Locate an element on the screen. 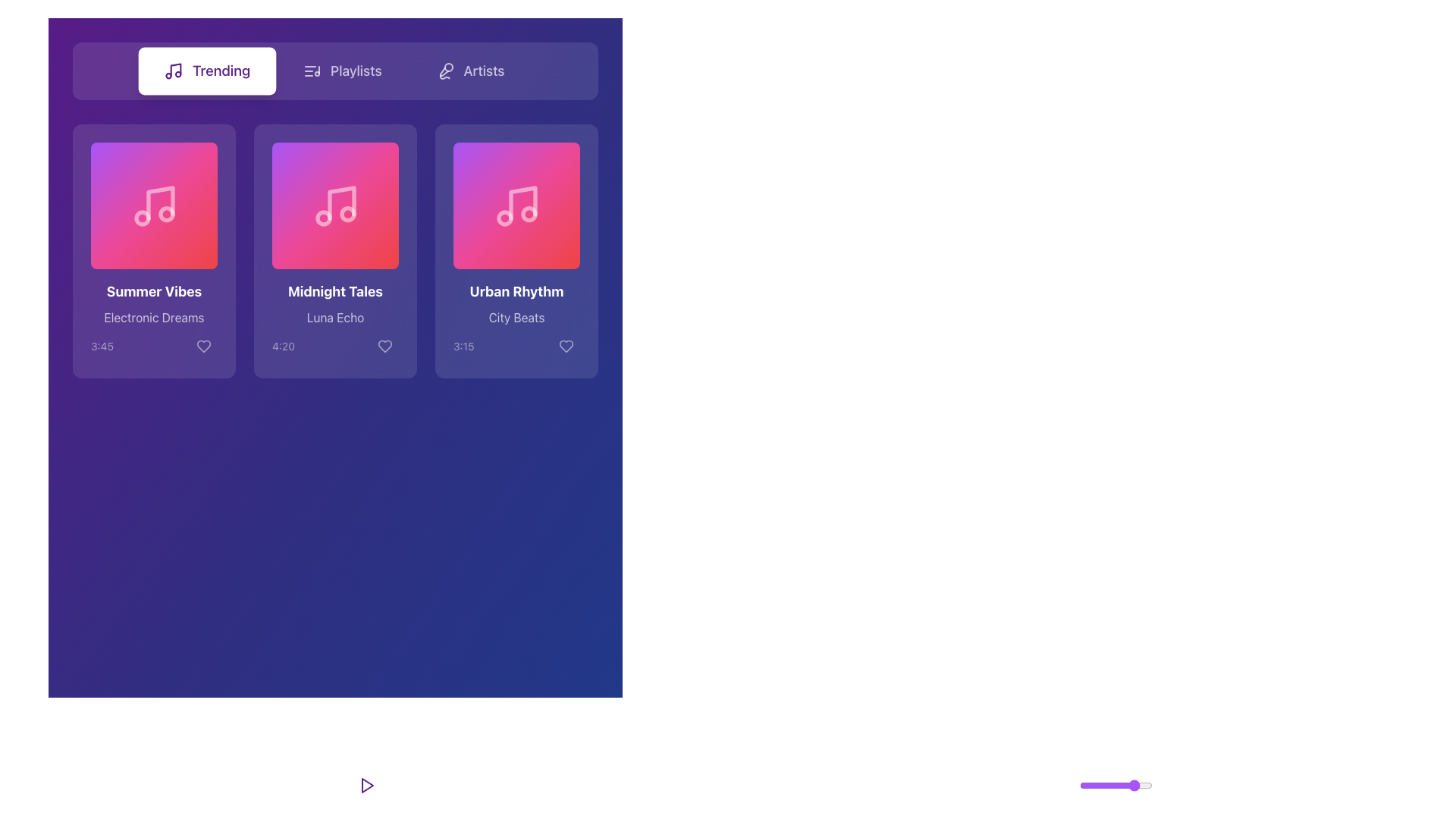 The width and height of the screenshot is (1456, 819). the text label displaying 'Summer Vibes', which is styled in white, bold, large font, and is located in the leftmost card of the grid is located at coordinates (154, 292).